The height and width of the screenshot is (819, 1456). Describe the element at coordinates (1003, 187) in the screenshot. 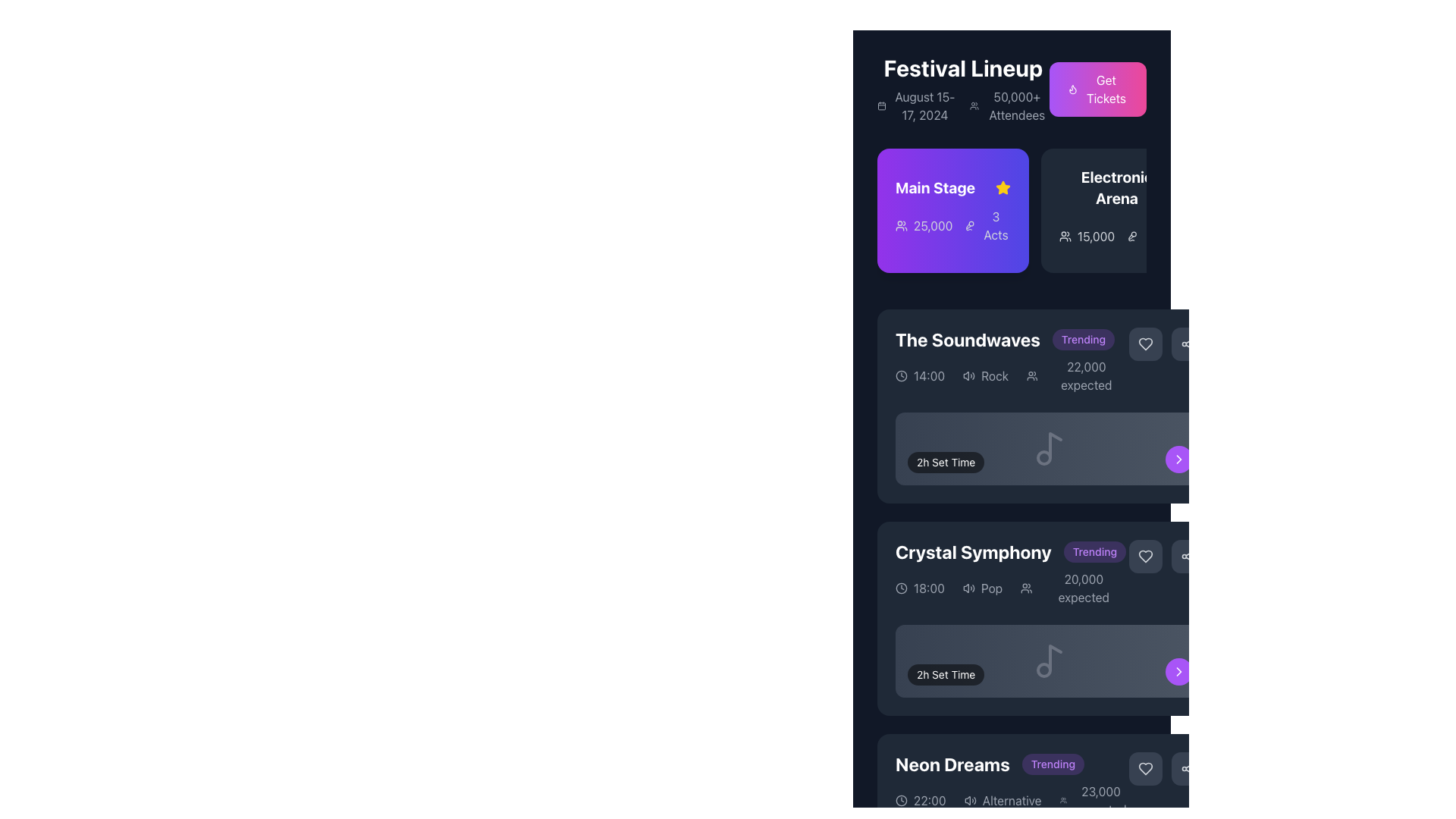

I see `the rating icon located beside the textual description that indicates it as a marker icon within the event details section` at that location.